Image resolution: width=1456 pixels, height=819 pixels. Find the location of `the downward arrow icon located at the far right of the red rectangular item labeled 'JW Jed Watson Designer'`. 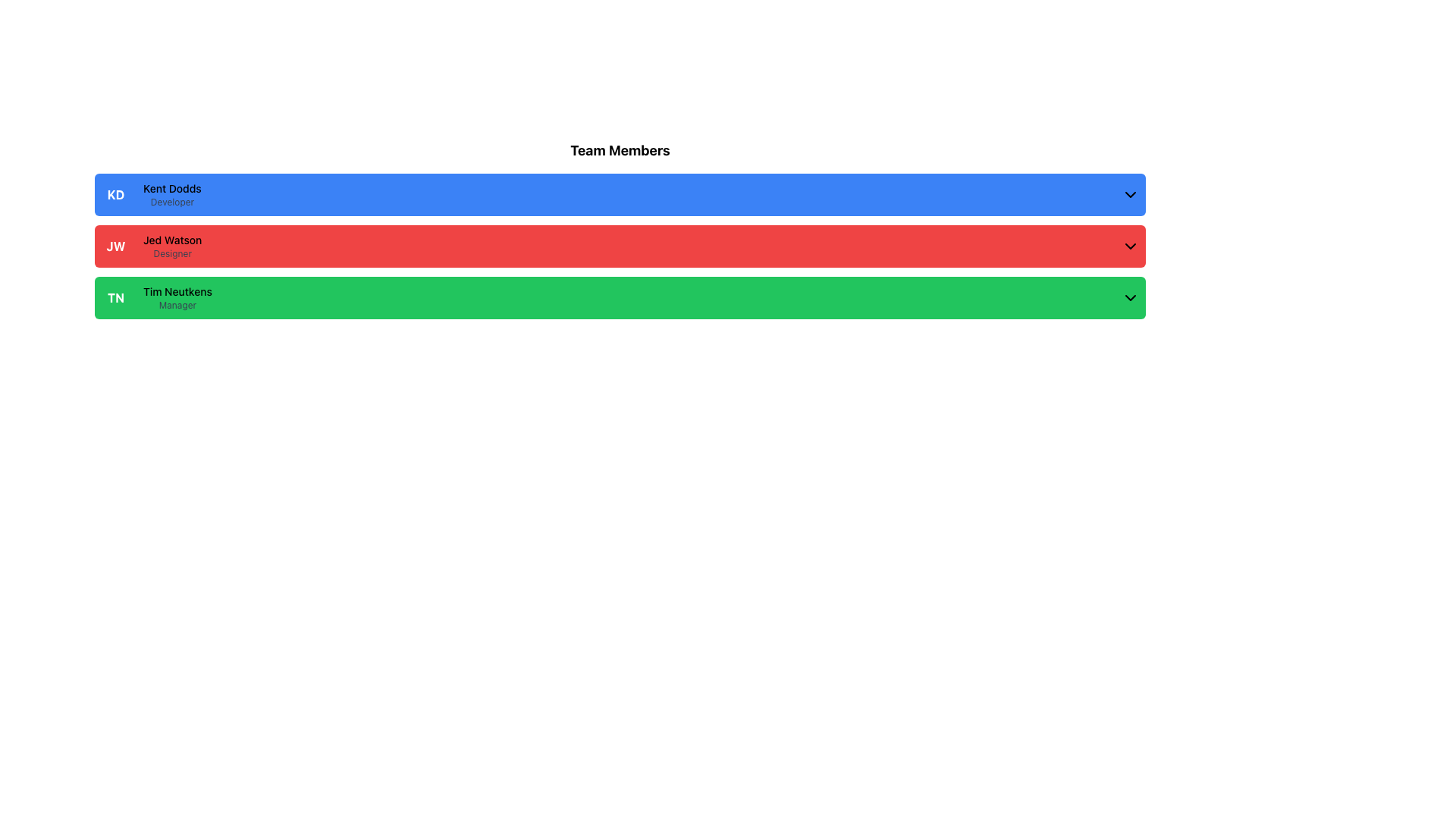

the downward arrow icon located at the far right of the red rectangular item labeled 'JW Jed Watson Designer' is located at coordinates (1131, 245).